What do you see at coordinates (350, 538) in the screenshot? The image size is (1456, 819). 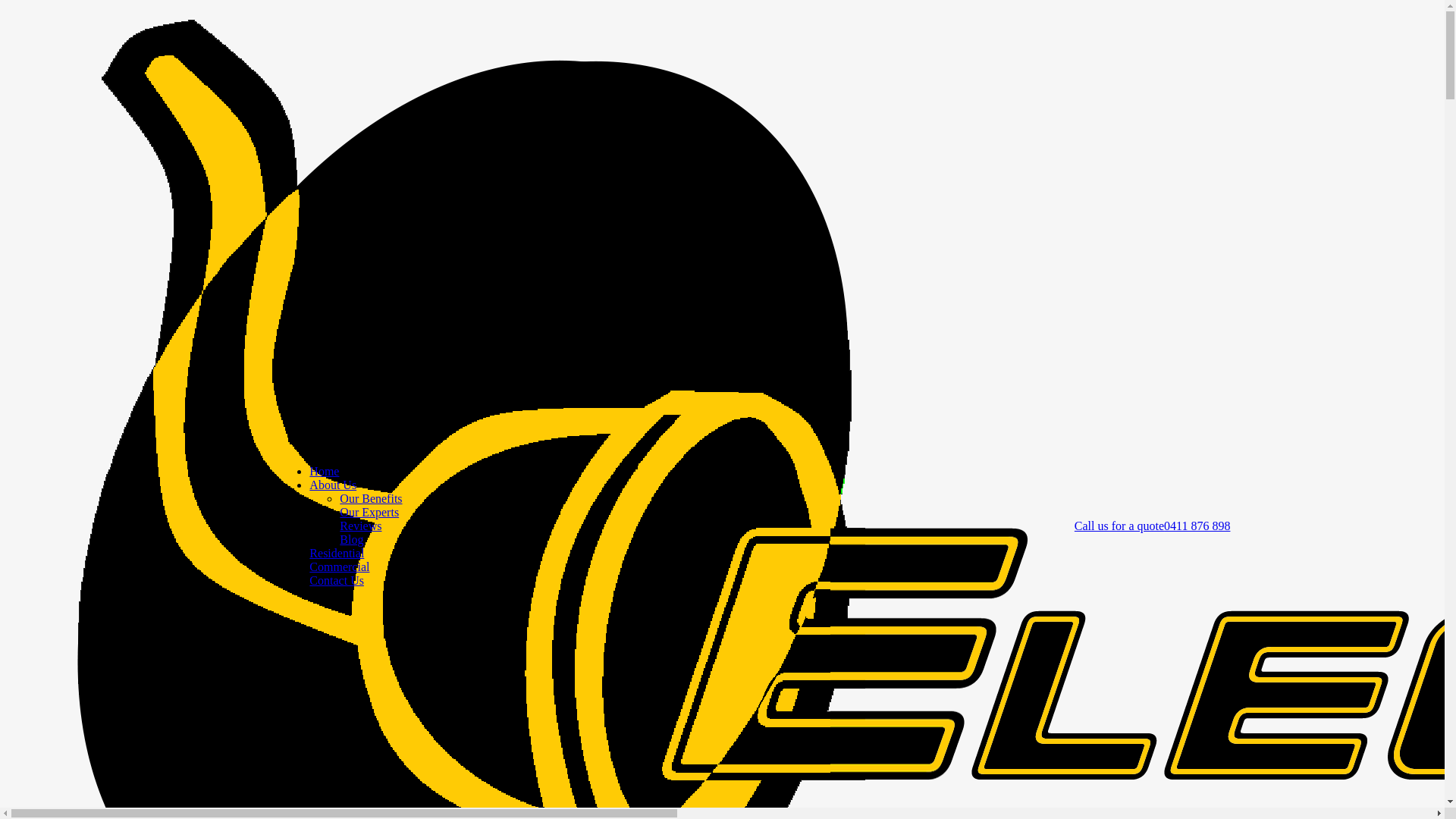 I see `'Blog'` at bounding box center [350, 538].